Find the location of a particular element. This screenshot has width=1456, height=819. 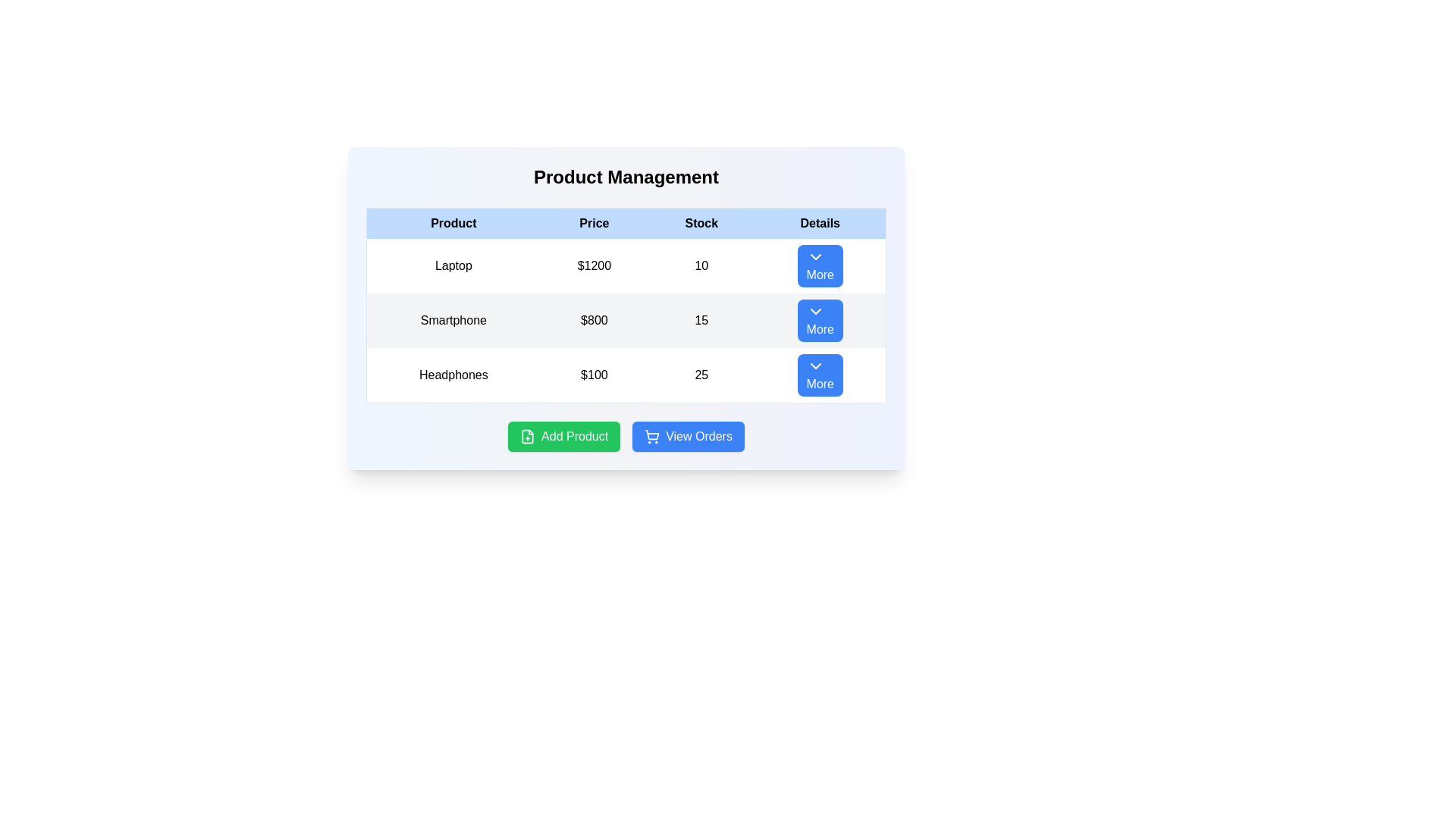

the button located in the 'Details' column of the row corresponding to the 'Smartphone' product is located at coordinates (820, 320).